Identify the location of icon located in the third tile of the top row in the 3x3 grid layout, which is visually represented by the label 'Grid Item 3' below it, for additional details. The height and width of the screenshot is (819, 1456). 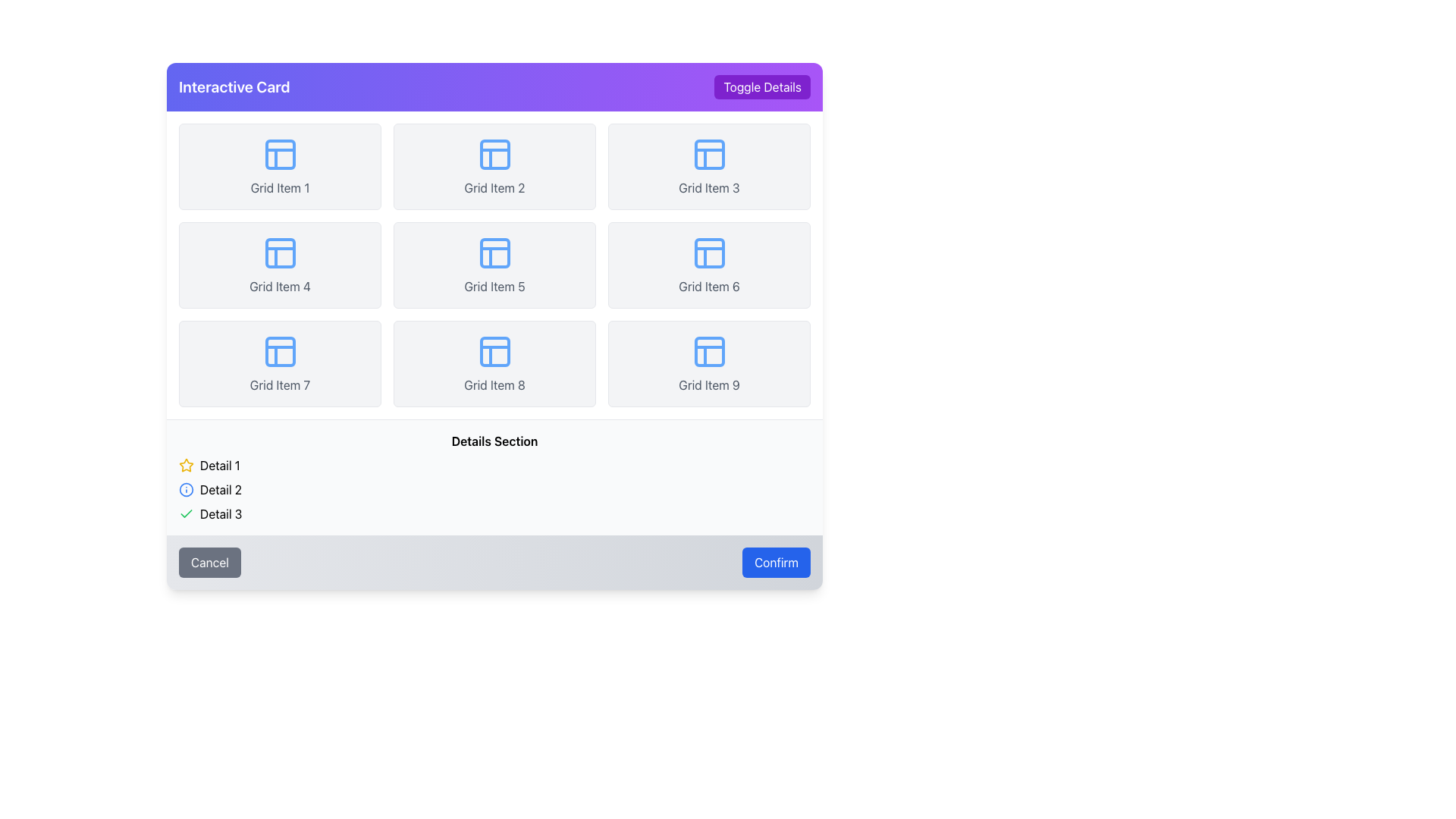
(708, 155).